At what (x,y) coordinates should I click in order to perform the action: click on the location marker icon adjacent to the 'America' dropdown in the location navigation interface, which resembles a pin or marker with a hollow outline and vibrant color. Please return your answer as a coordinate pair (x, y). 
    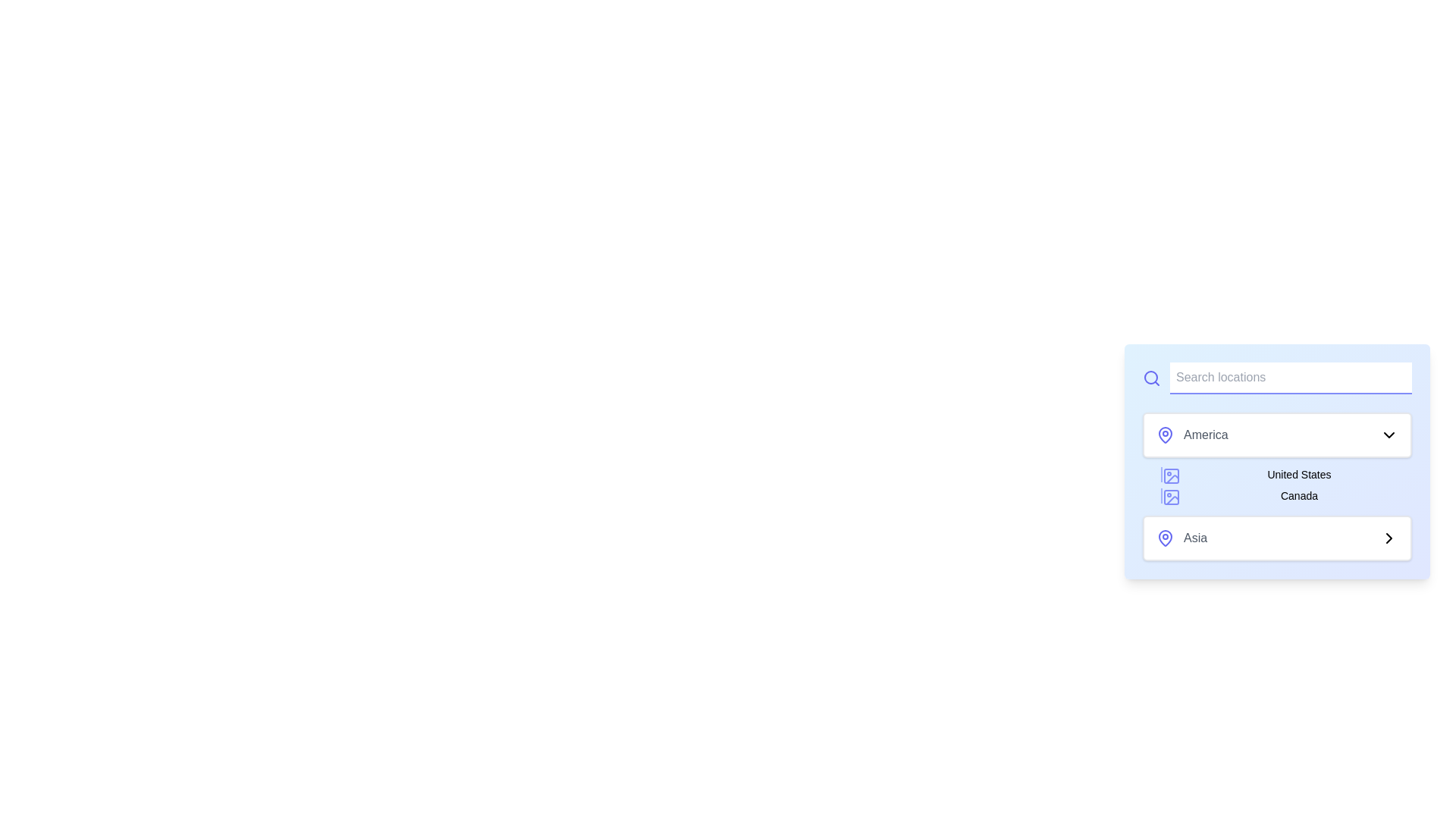
    Looking at the image, I should click on (1164, 435).